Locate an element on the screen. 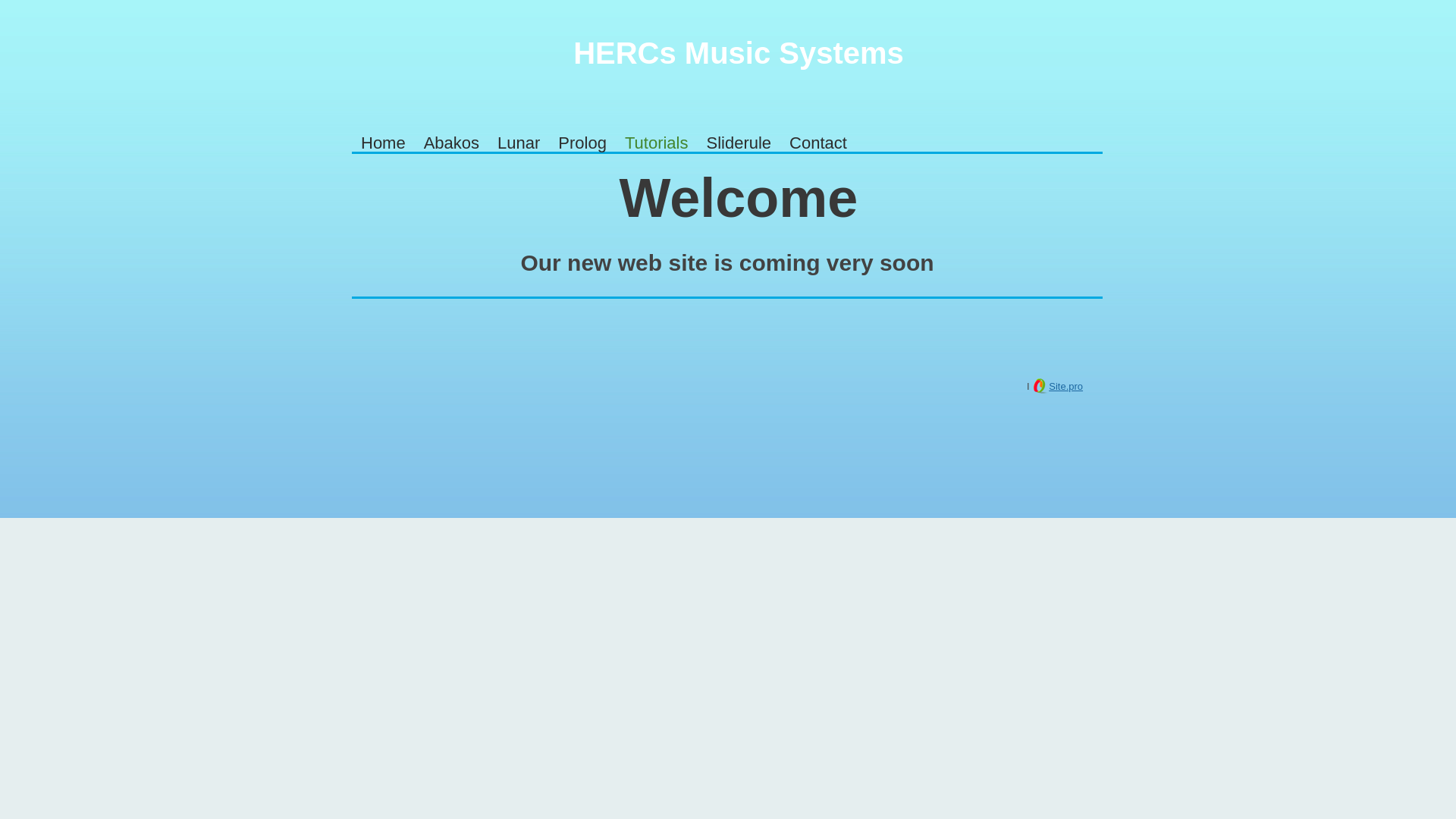  'Sliderule' is located at coordinates (739, 143).